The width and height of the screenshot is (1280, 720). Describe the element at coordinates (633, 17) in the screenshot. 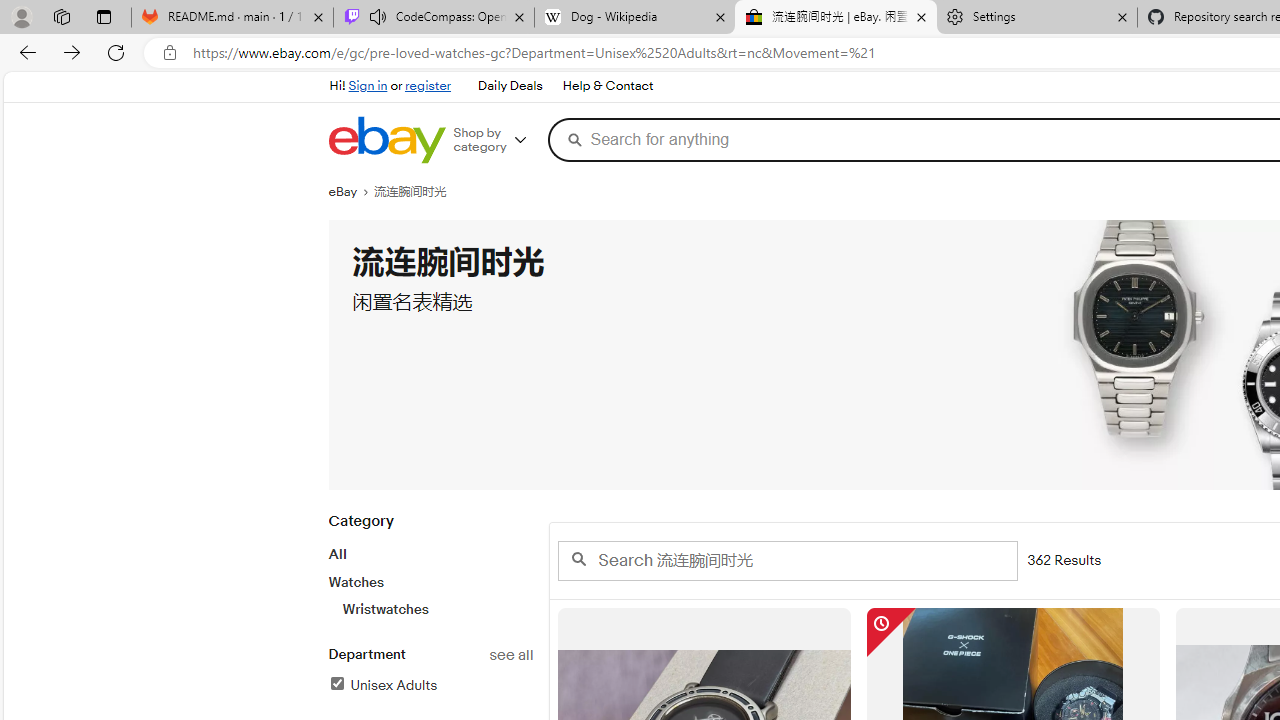

I see `'Dog - Wikipedia'` at that location.